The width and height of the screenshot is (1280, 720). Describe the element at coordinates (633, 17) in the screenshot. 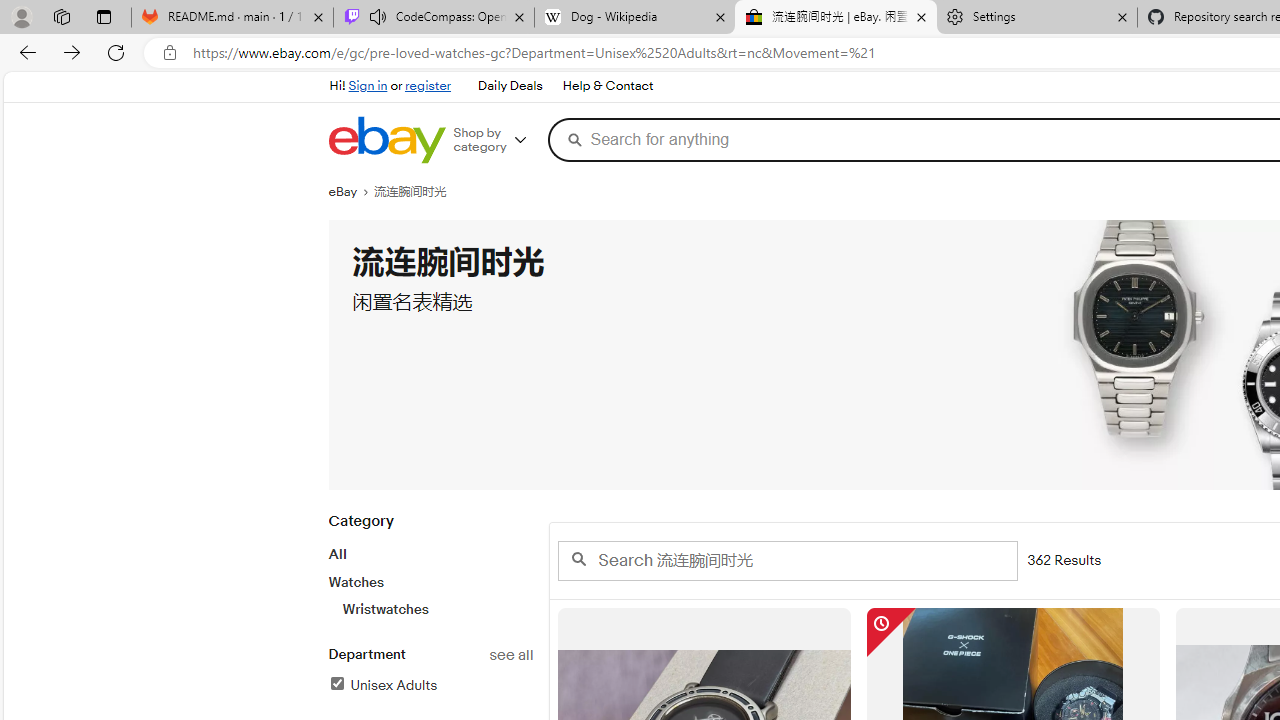

I see `'Dog - Wikipedia'` at that location.